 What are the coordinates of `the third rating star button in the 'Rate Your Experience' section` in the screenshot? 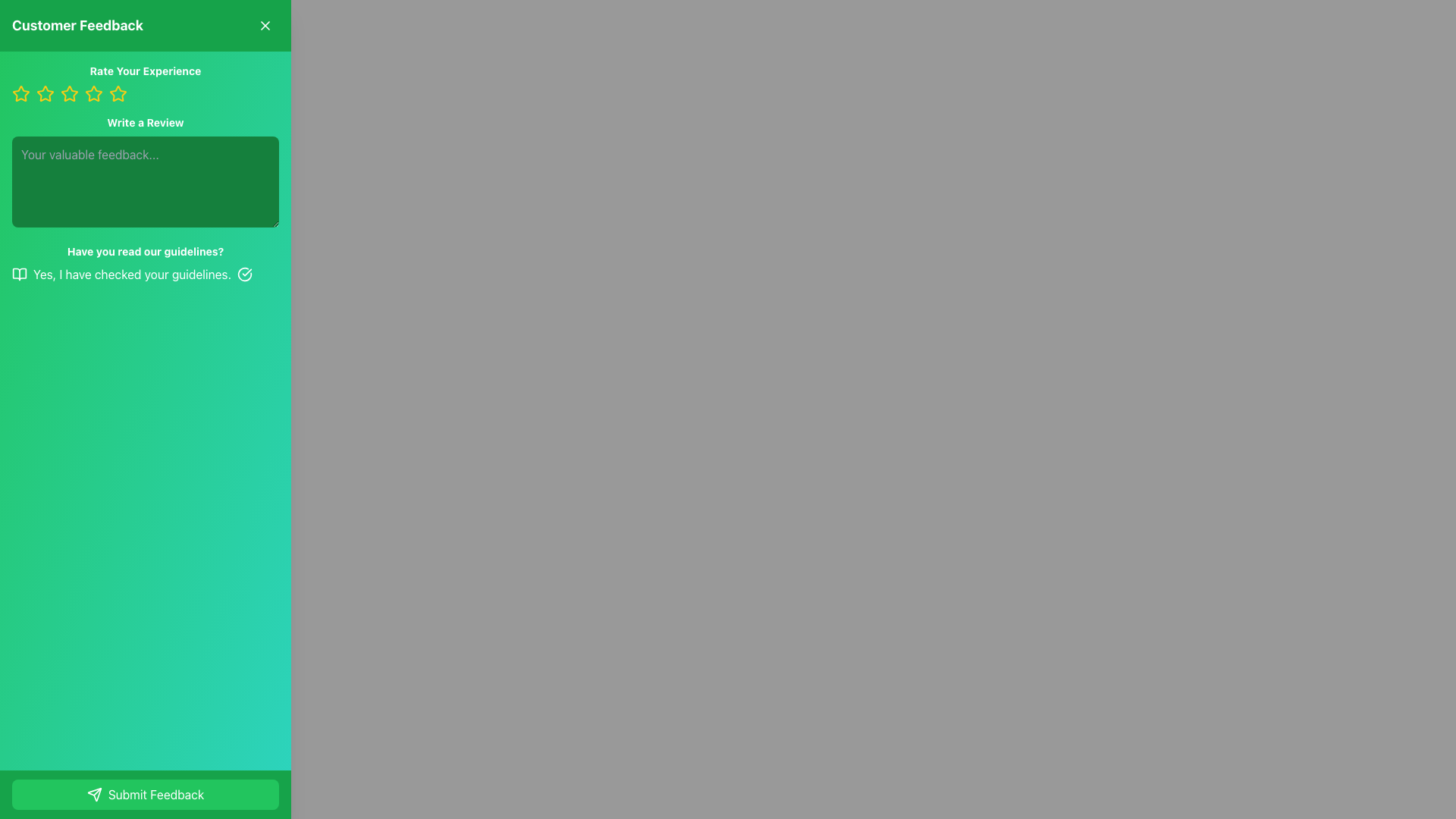 It's located at (68, 93).